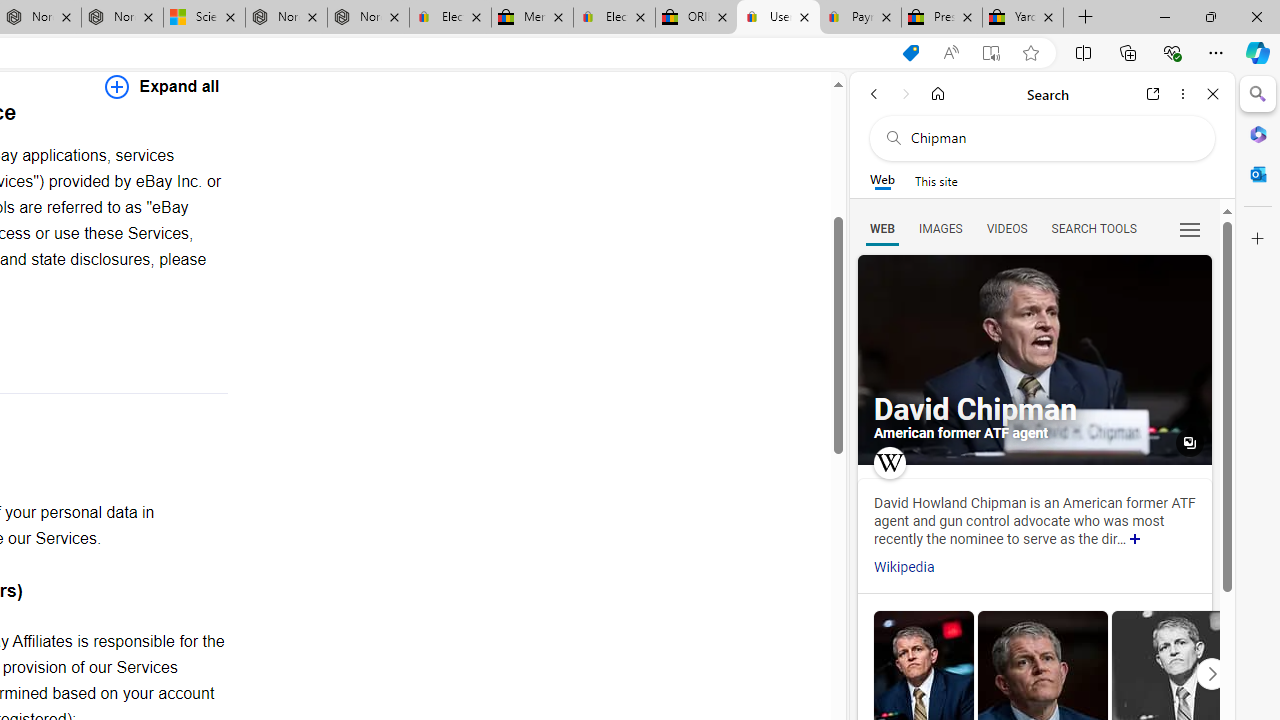 This screenshot has width=1280, height=720. I want to click on 'Search Filter, WEB', so click(881, 227).